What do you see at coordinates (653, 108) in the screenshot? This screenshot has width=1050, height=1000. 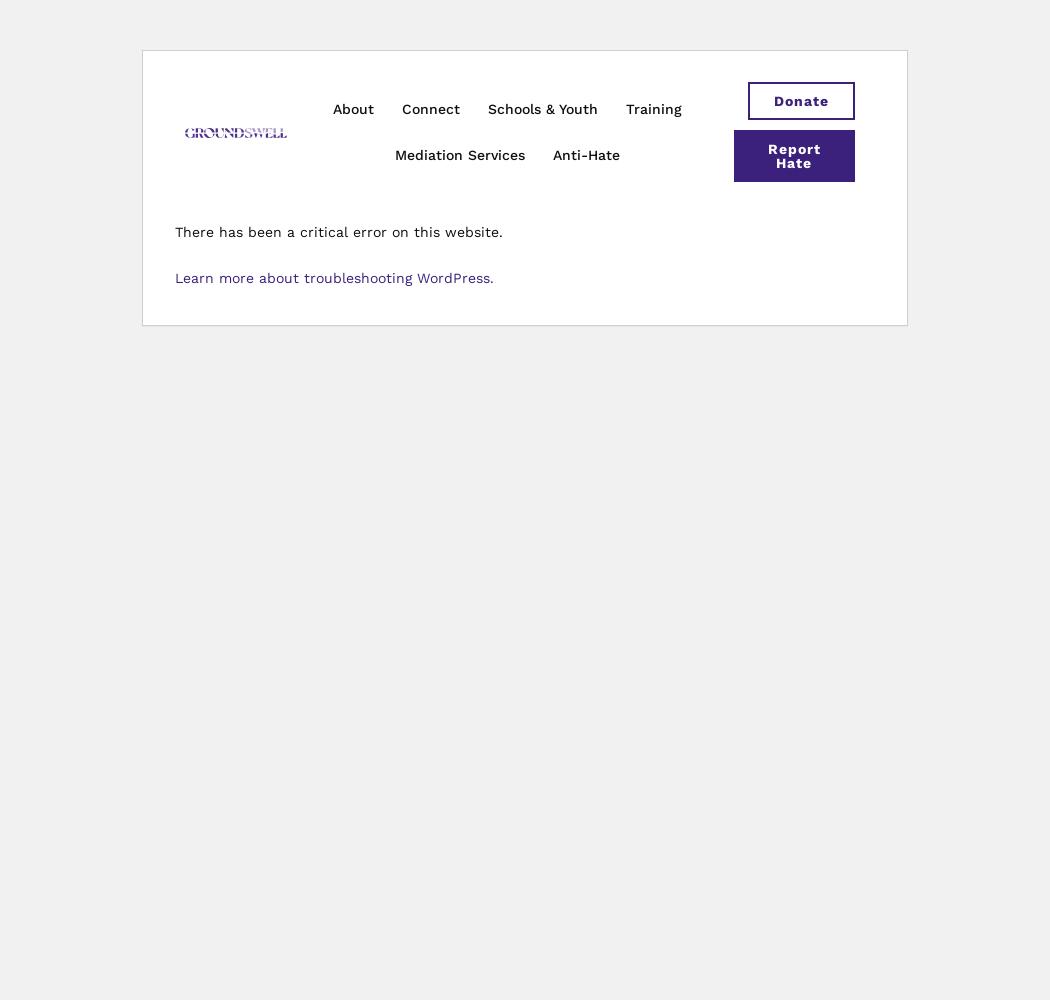 I see `'Training'` at bounding box center [653, 108].